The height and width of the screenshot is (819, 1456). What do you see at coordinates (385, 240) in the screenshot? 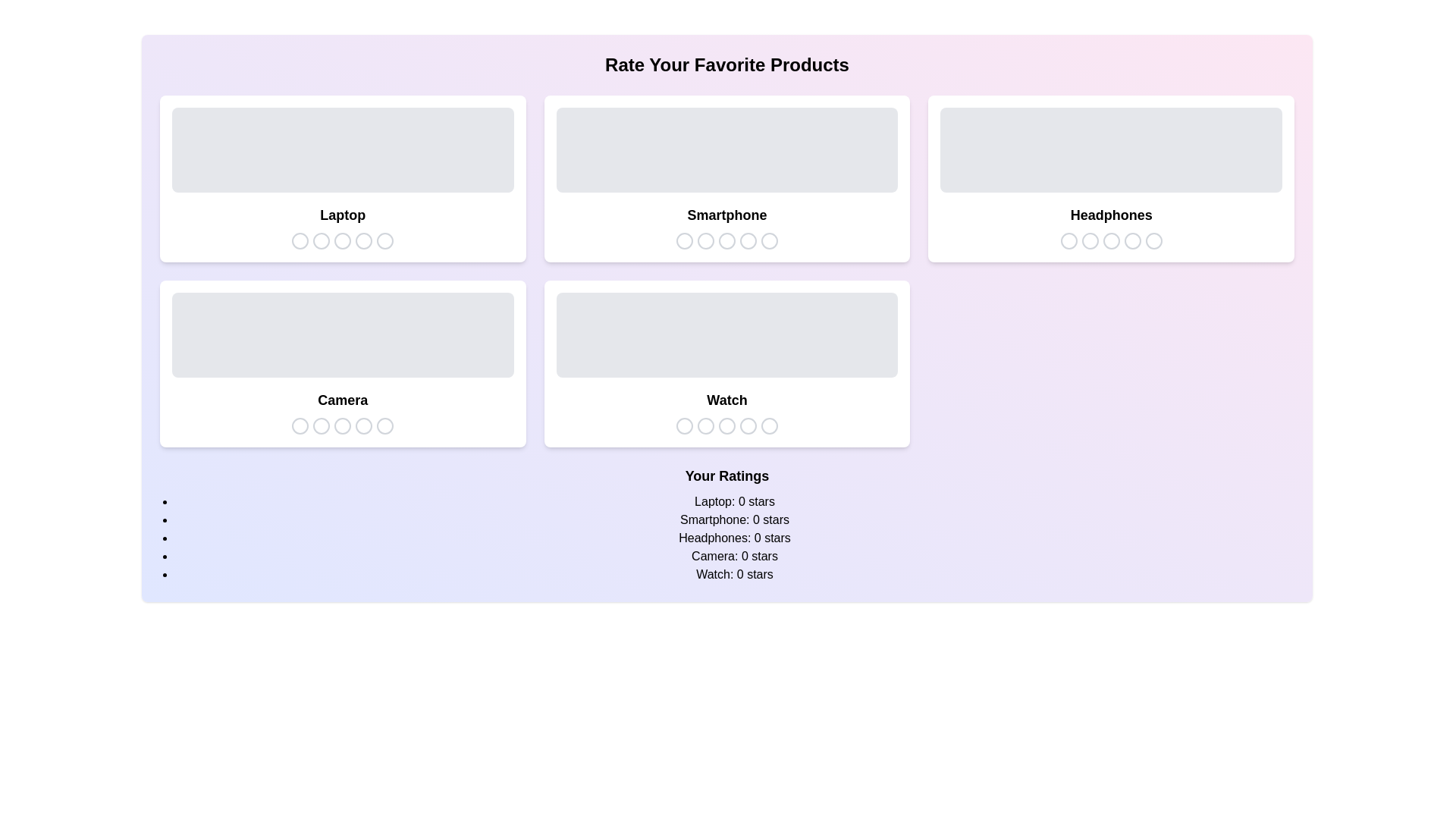
I see `the star icon corresponding to 5 stars for the product Laptop` at bounding box center [385, 240].